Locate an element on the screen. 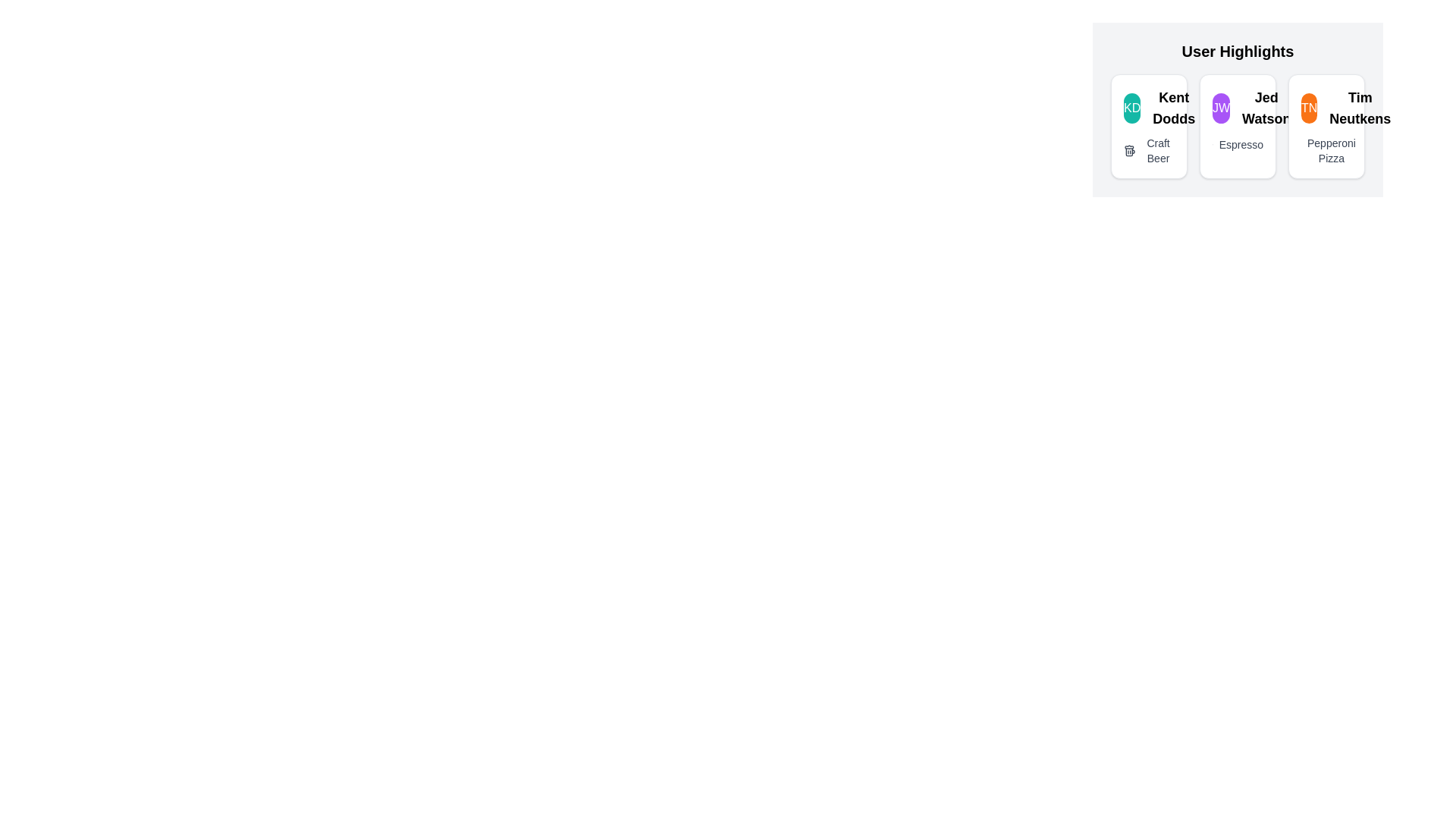 This screenshot has height=819, width=1456. the text label indicating the preferred beverage for the user 'Jed Watson', located at the lower section of the card beneath the avatar and name is located at coordinates (1241, 145).